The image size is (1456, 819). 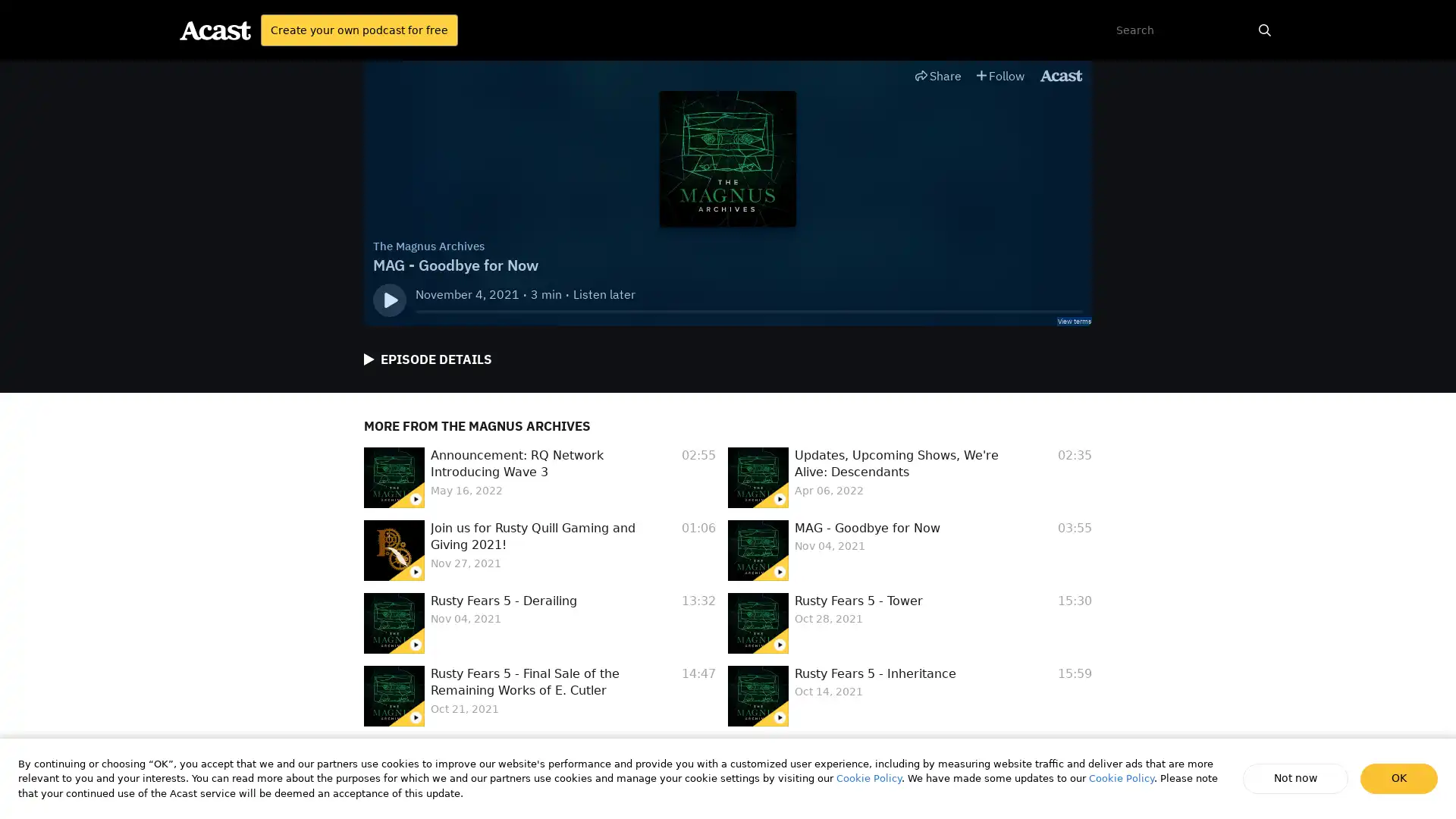 I want to click on Not now, so click(x=1297, y=778).